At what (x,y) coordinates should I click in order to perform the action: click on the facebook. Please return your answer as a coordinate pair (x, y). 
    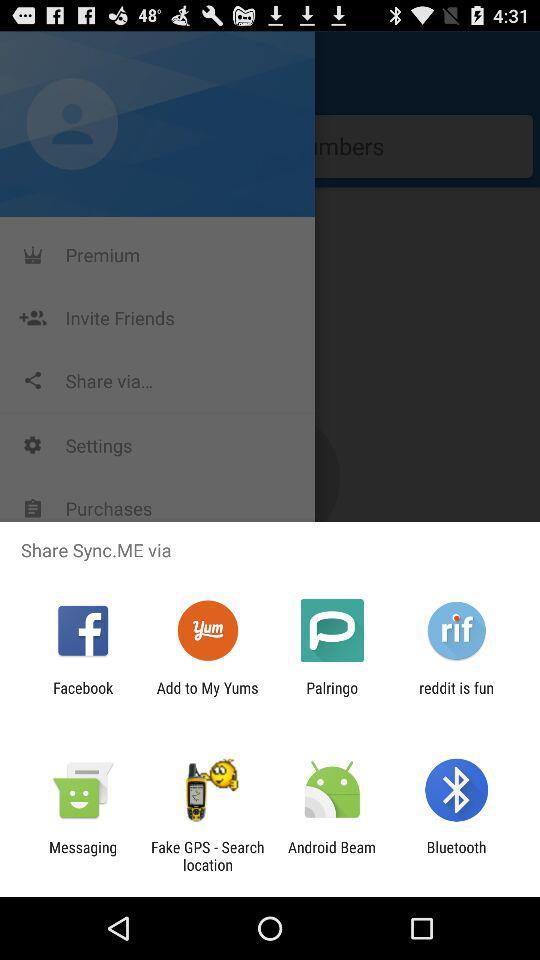
    Looking at the image, I should click on (82, 696).